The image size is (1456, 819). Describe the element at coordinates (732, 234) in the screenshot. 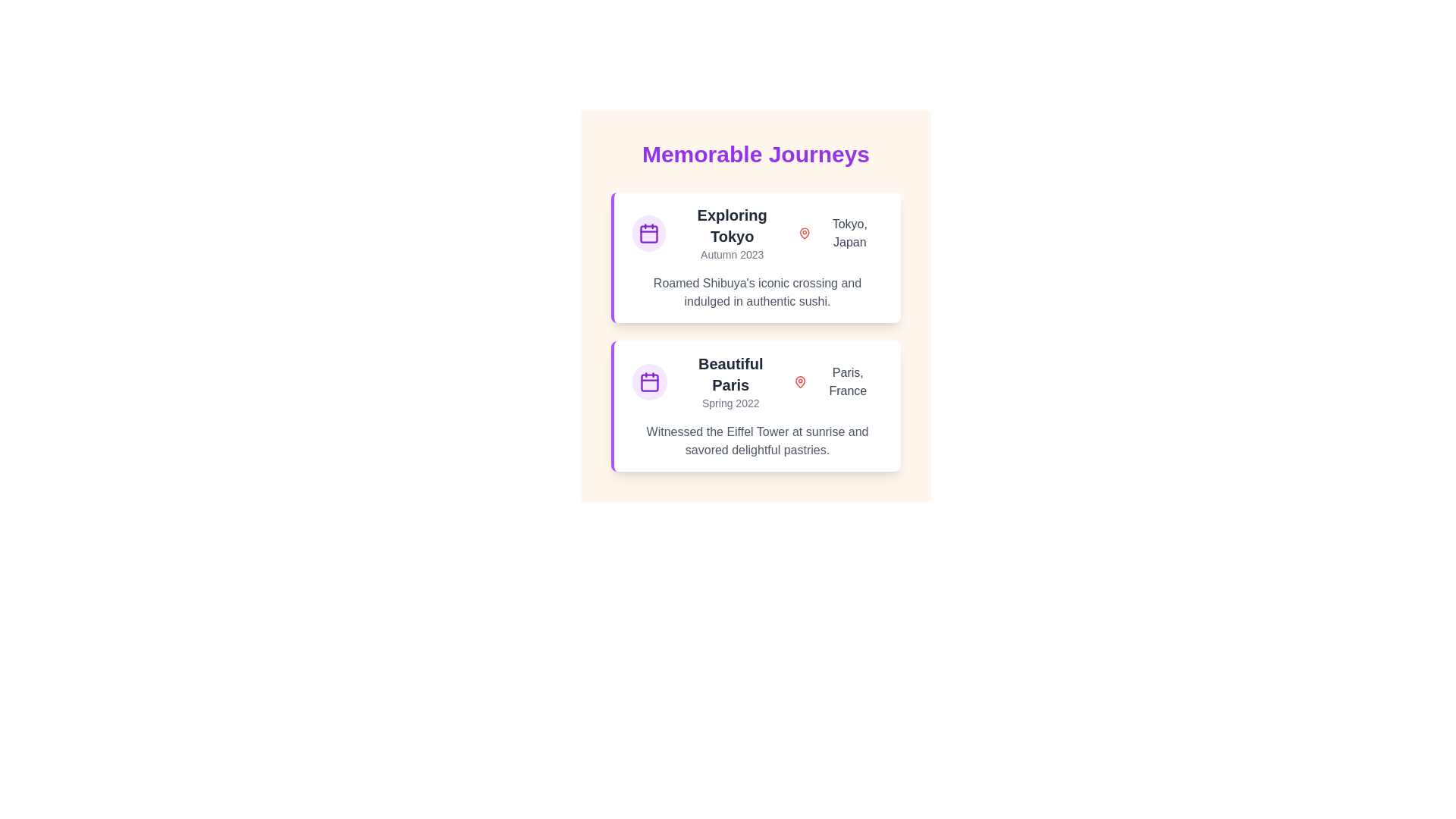

I see `the text block displaying 'Exploring Tokyo' and 'Autumn 2023', which is located in the top-left quadrant of a card, above a description paragraph` at that location.